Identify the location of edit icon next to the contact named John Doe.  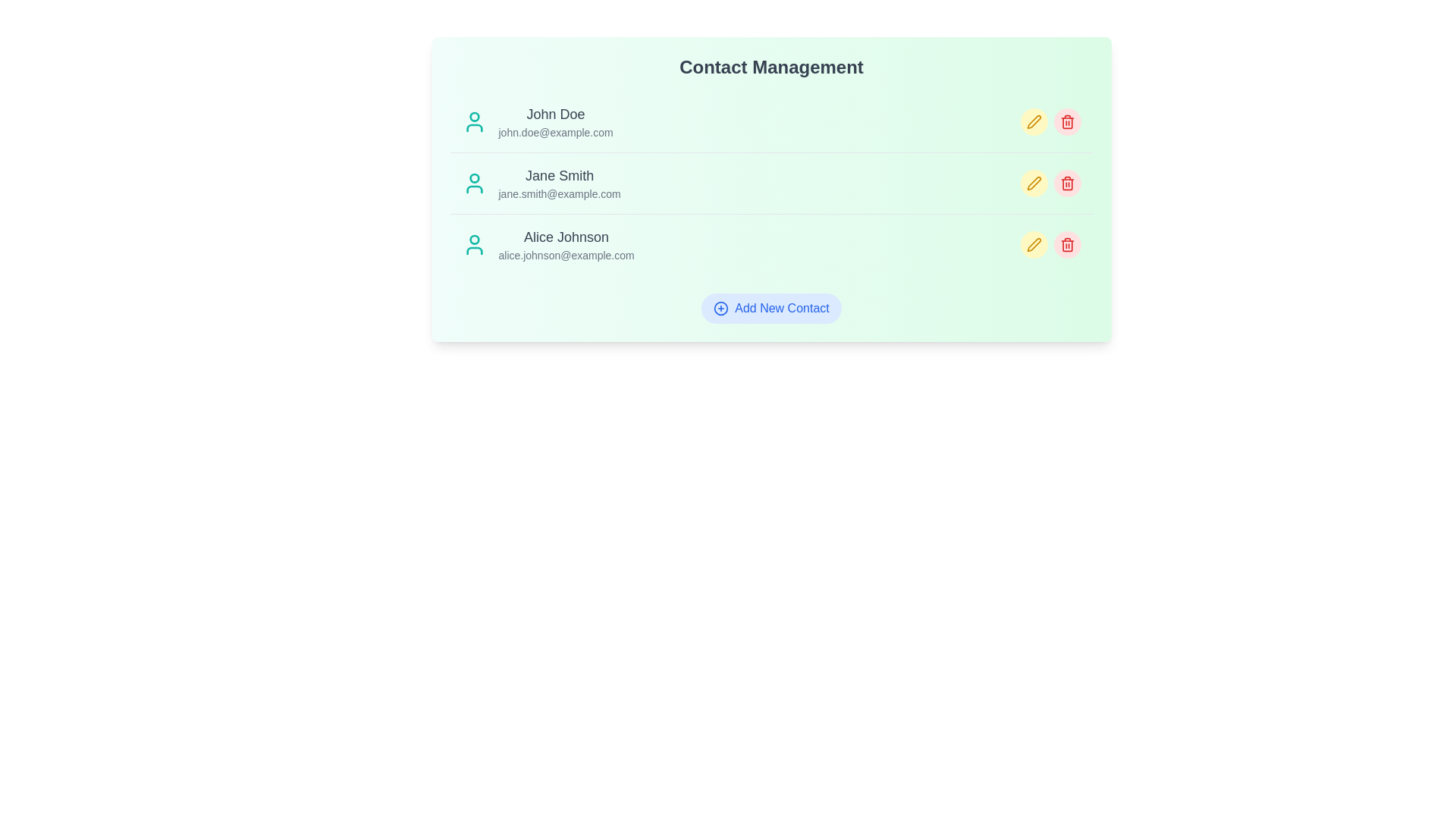
(1033, 121).